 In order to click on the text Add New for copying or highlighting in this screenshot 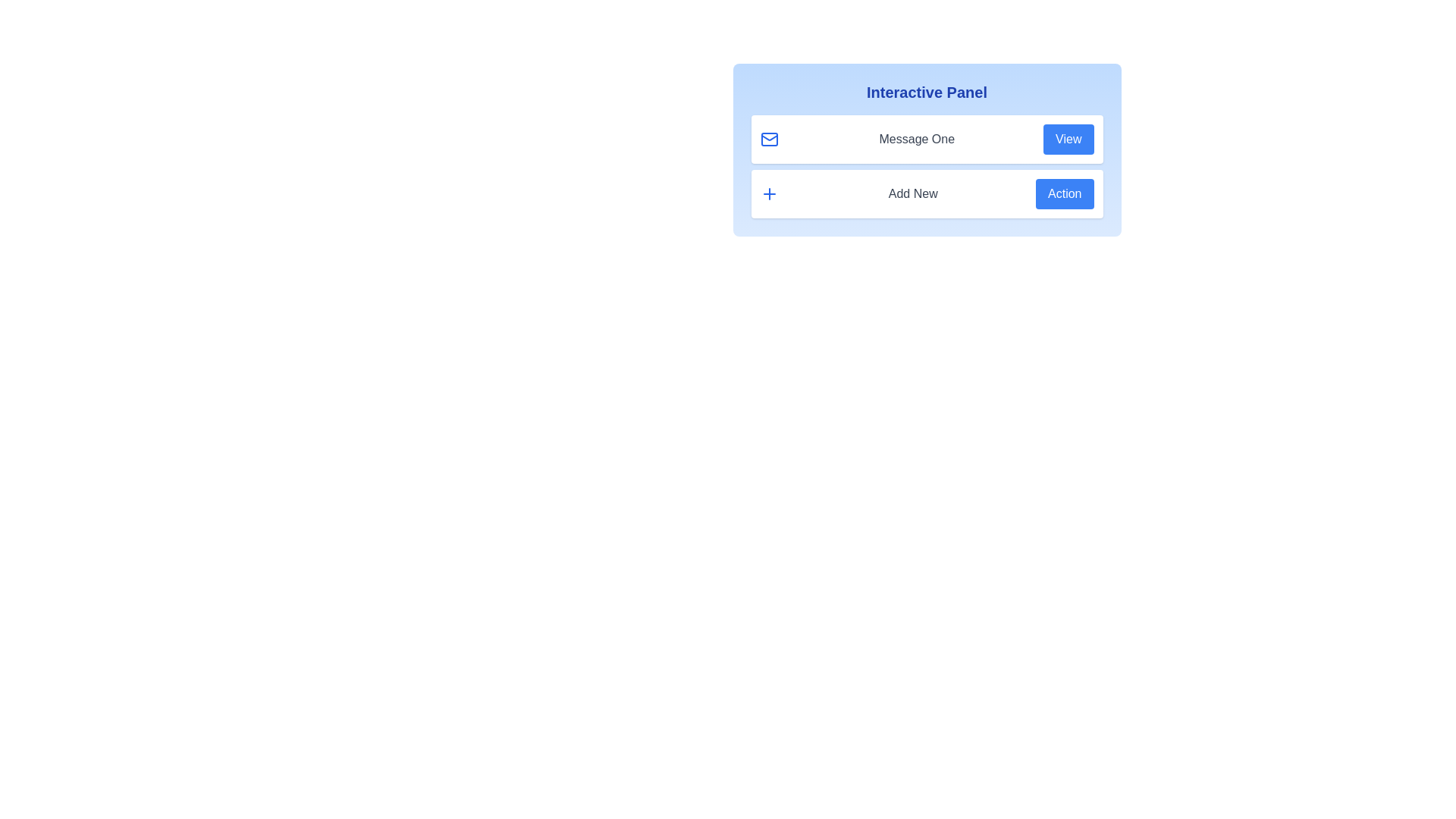, I will do `click(912, 193)`.